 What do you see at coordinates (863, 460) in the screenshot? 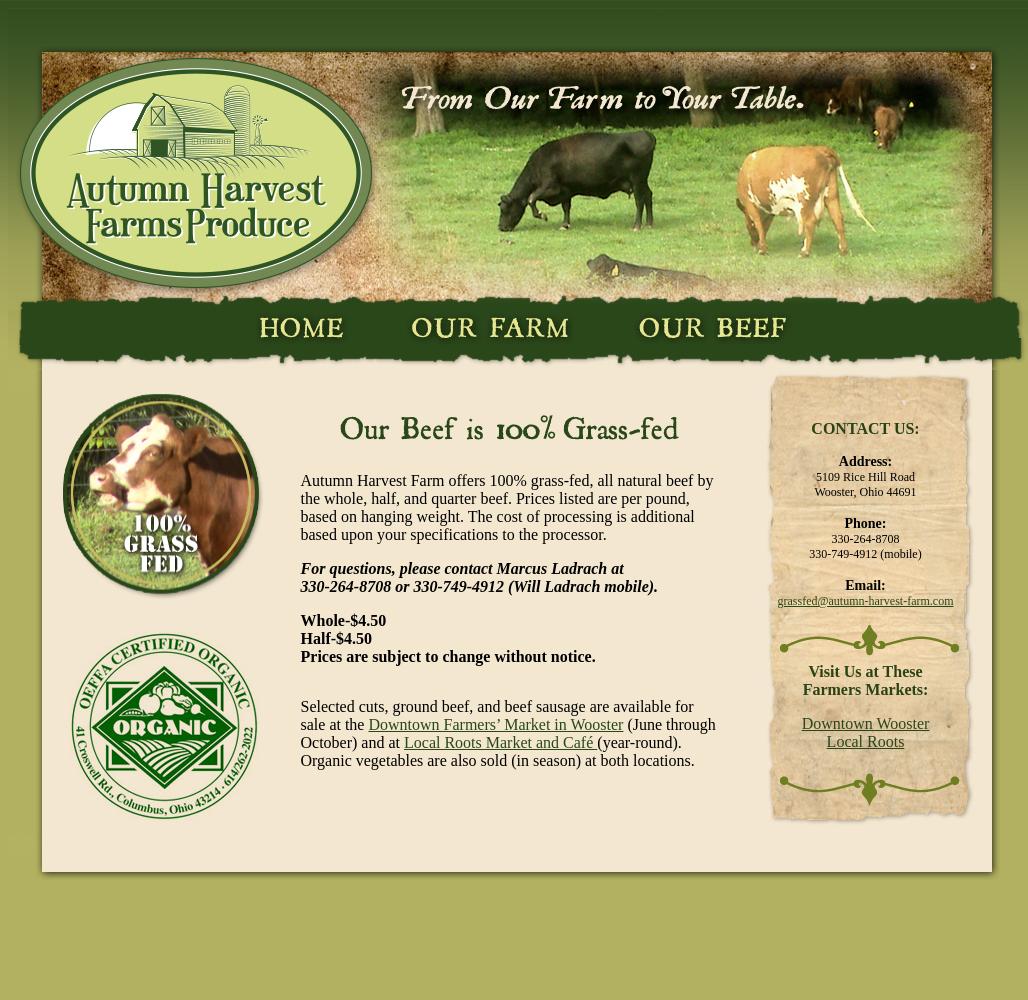
I see `'Address:'` at bounding box center [863, 460].